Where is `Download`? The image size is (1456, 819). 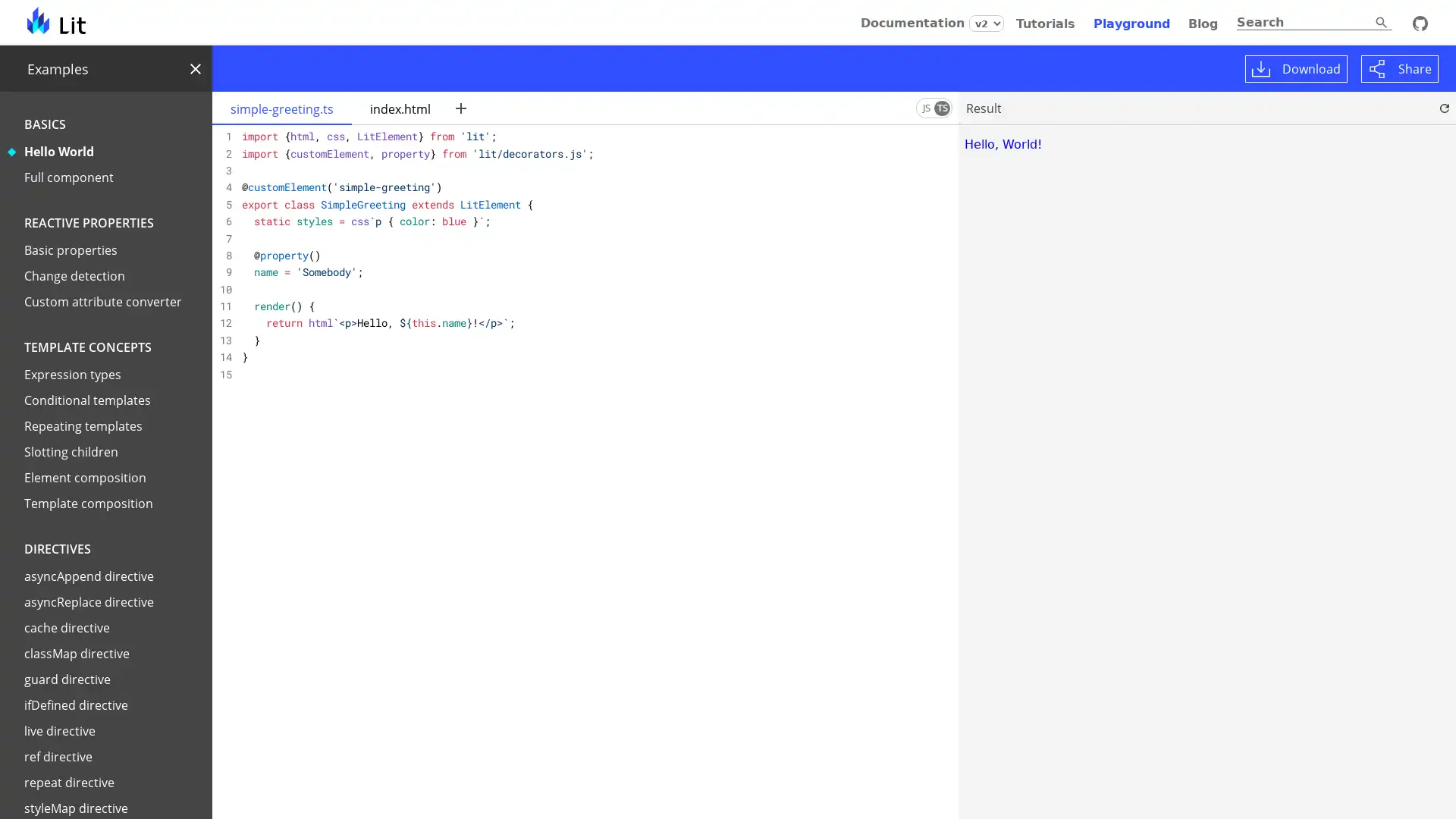
Download is located at coordinates (1294, 67).